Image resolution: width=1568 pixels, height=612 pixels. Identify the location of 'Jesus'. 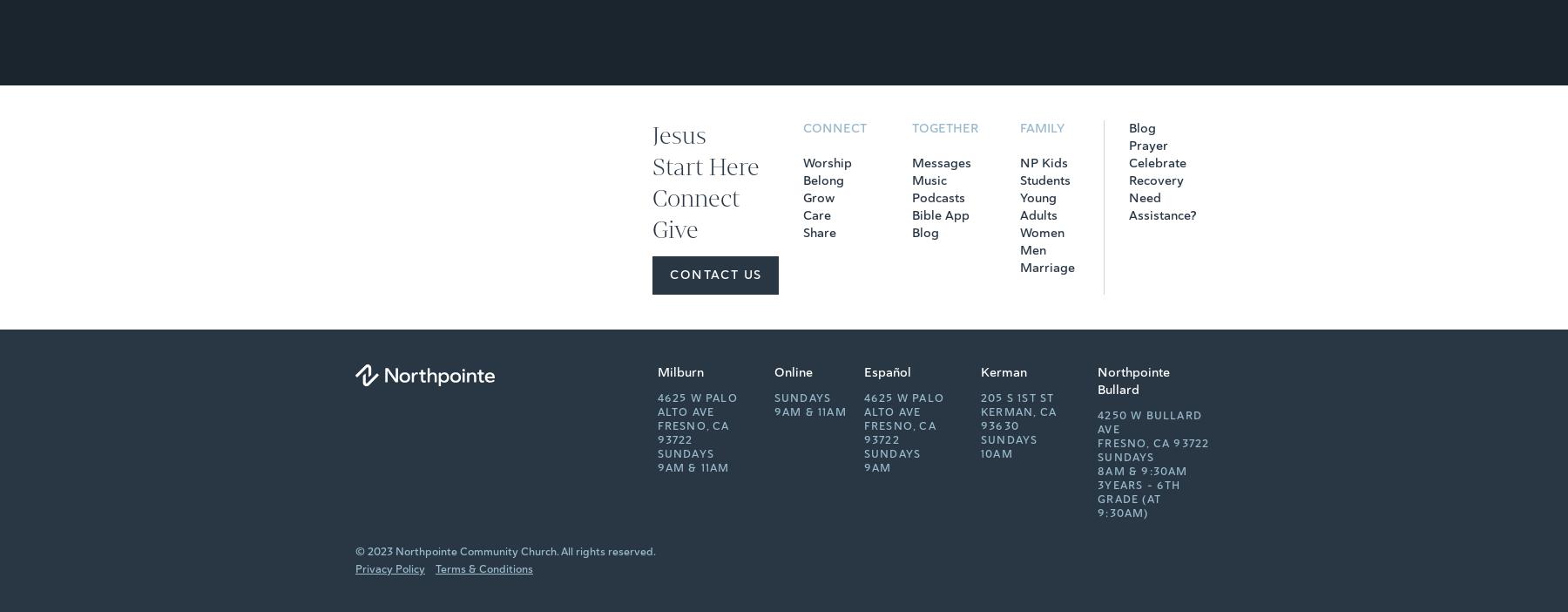
(678, 134).